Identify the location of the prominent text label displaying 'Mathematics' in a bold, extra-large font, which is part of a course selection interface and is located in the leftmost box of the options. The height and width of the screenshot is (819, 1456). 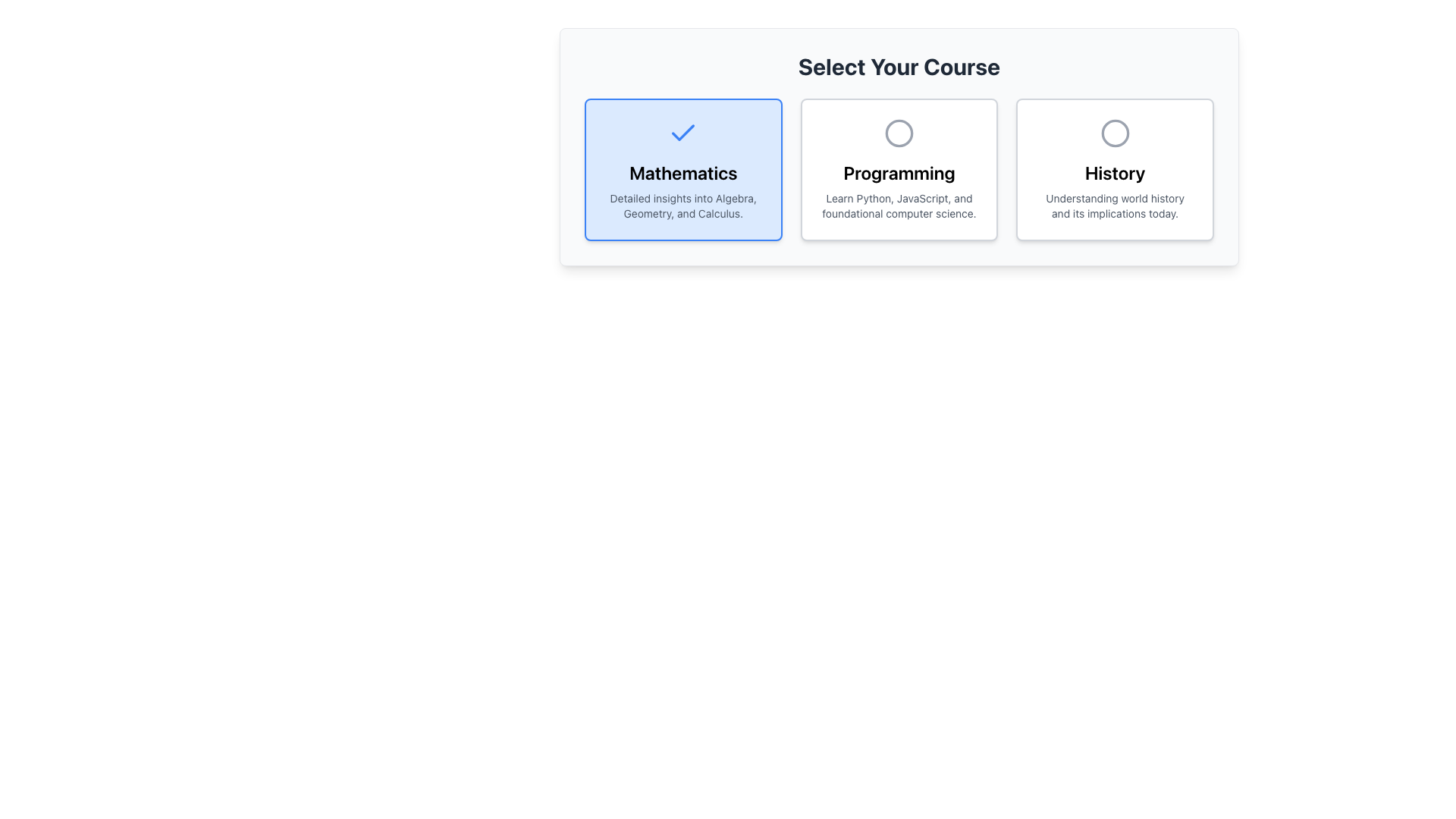
(682, 171).